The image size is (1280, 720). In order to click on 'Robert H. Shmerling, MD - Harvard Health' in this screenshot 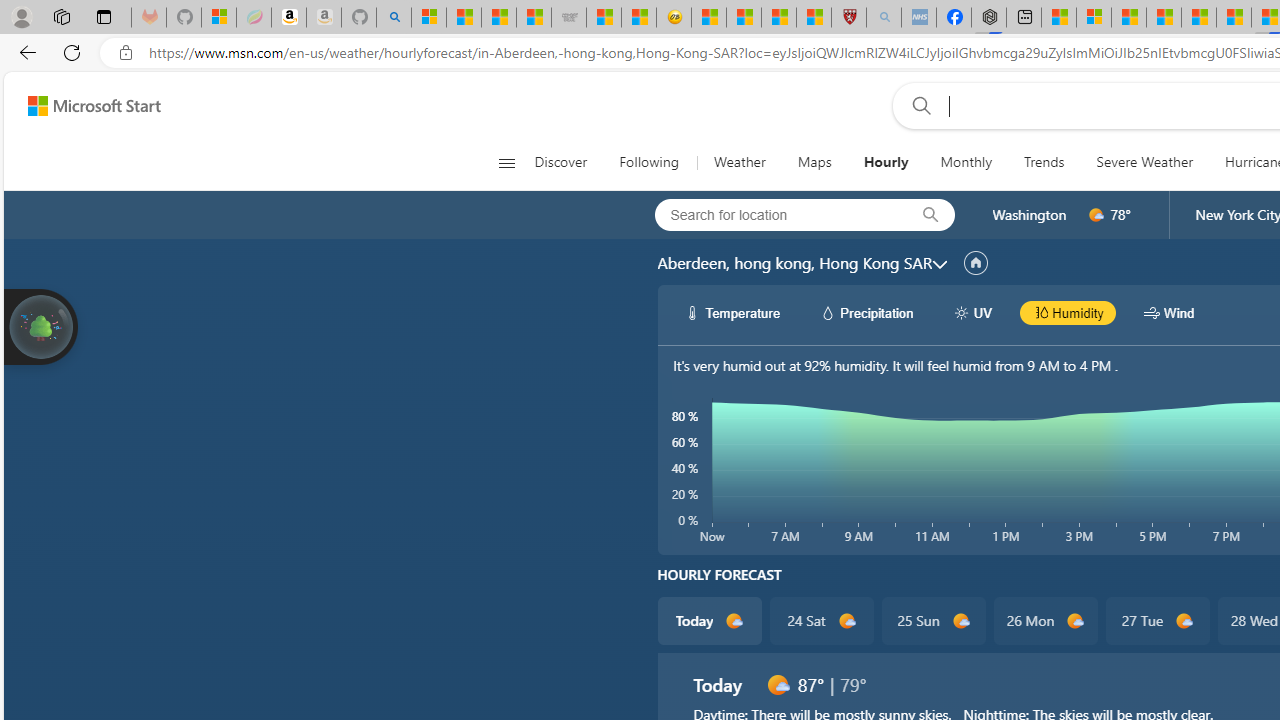, I will do `click(849, 17)`.